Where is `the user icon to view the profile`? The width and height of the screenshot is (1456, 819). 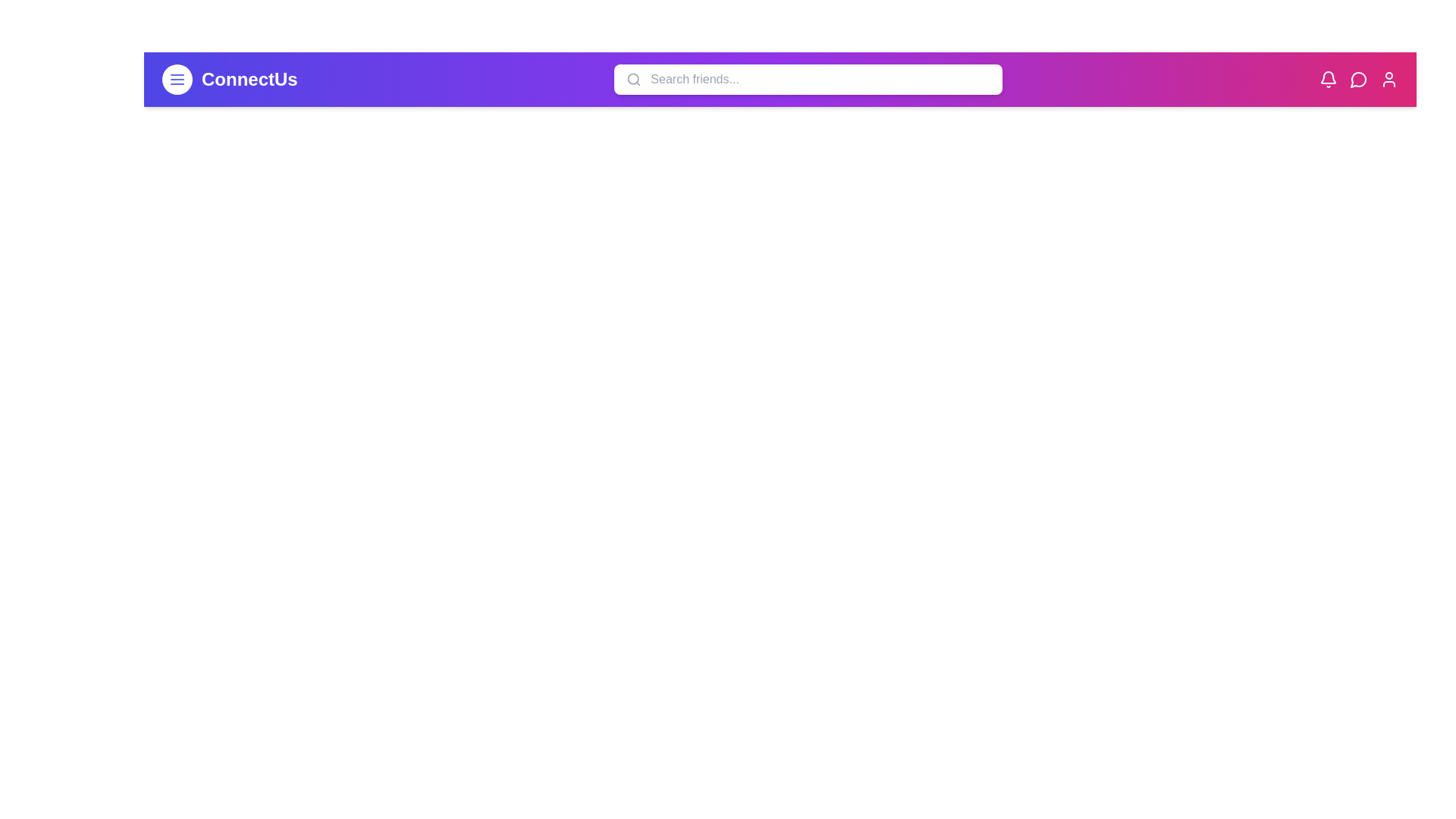
the user icon to view the profile is located at coordinates (1389, 79).